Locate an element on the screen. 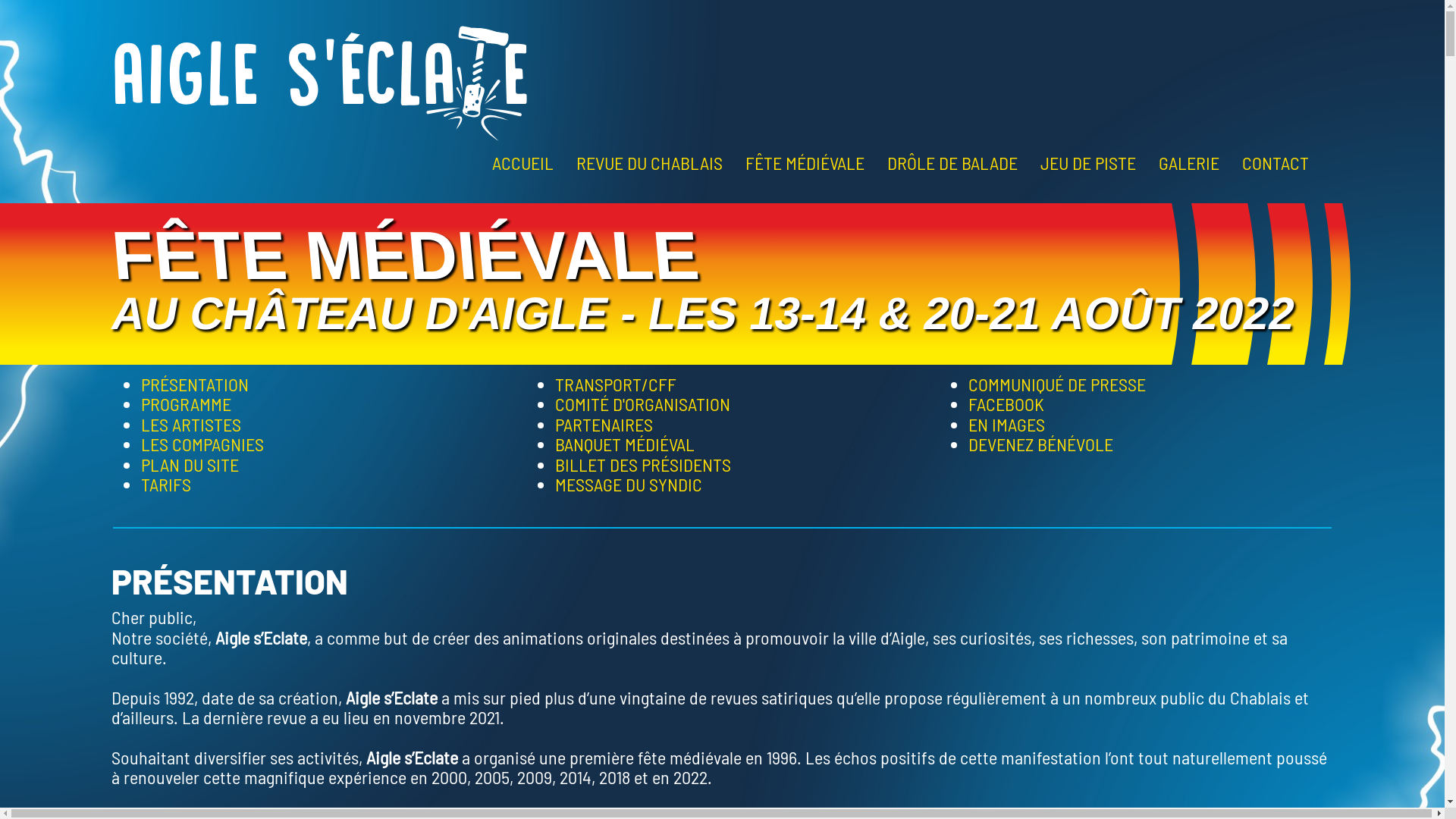 This screenshot has width=1456, height=819. 'GALERIE' is located at coordinates (1188, 162).